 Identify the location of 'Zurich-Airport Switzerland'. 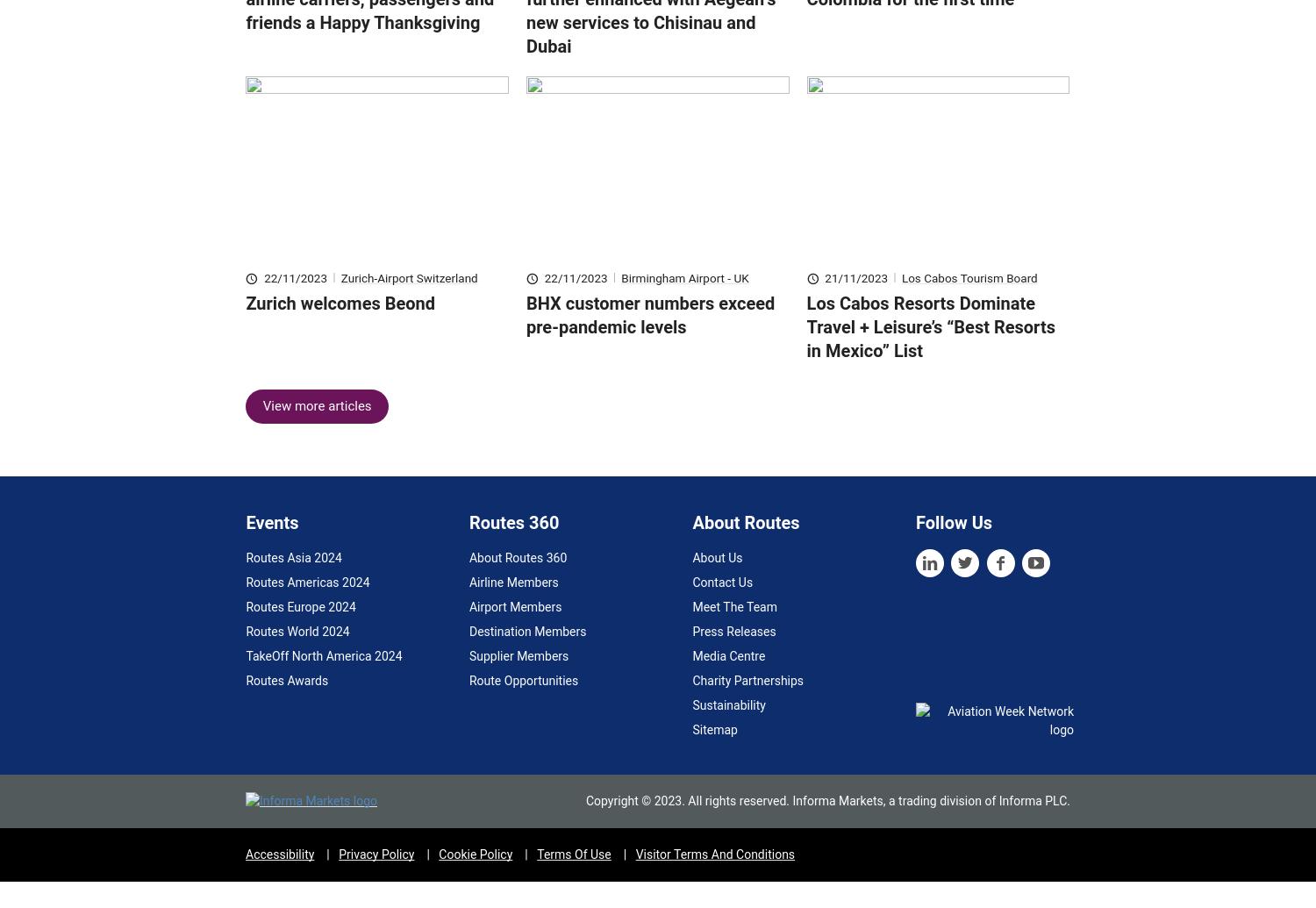
(340, 304).